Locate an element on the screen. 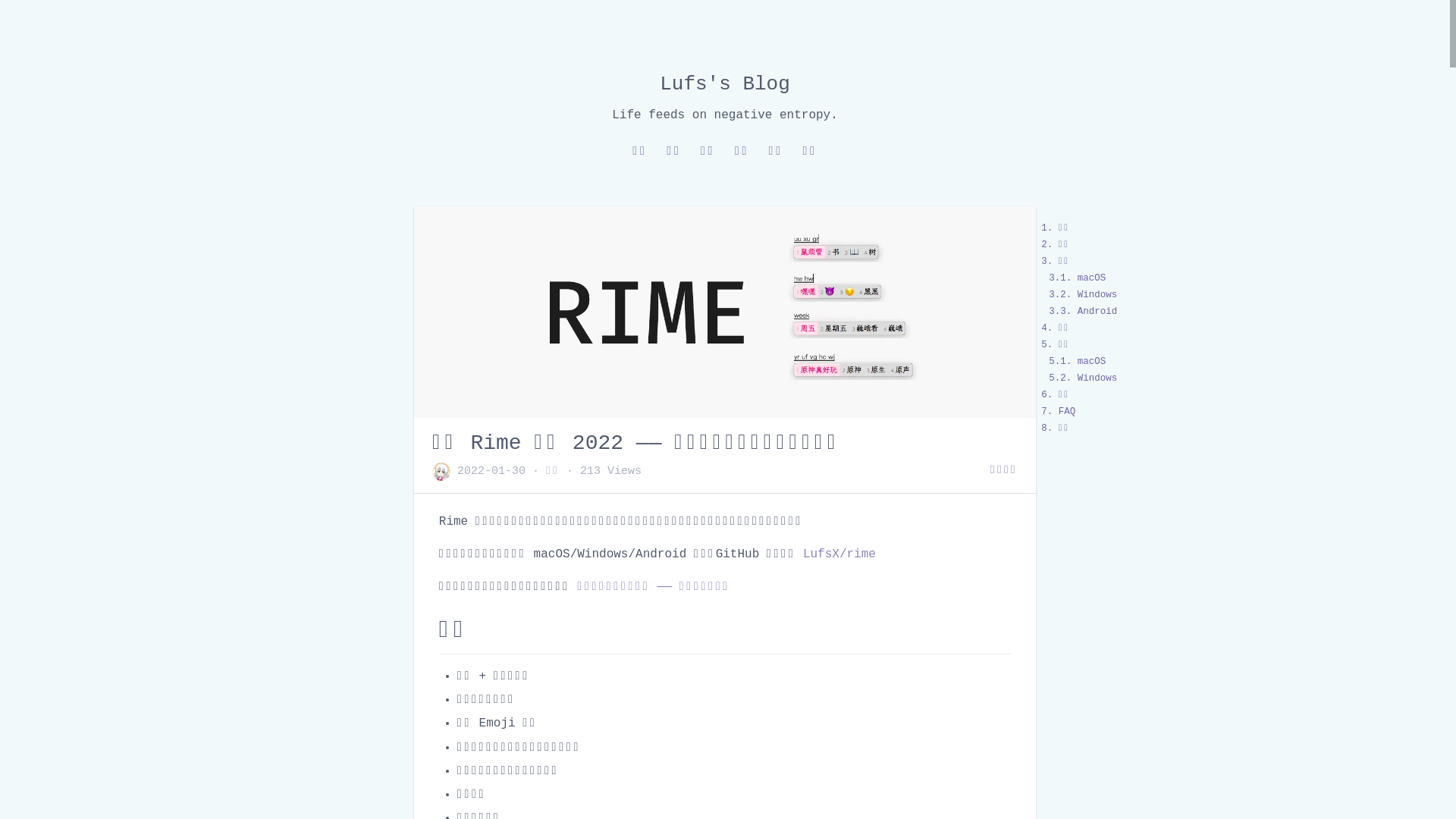 The width and height of the screenshot is (1456, 819). '3.1. macOS' is located at coordinates (1076, 278).